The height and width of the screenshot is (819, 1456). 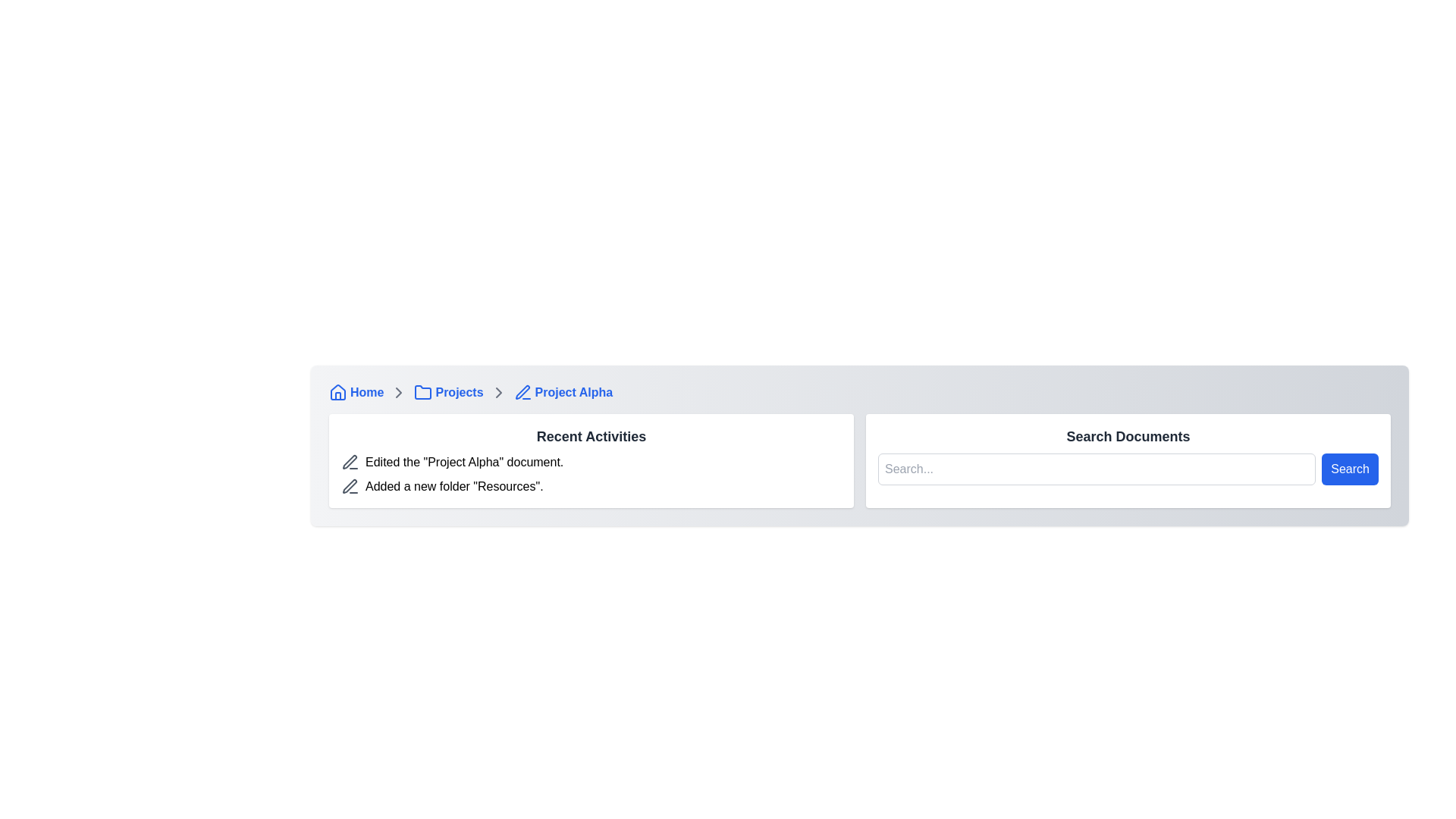 What do you see at coordinates (399, 391) in the screenshot?
I see `the breadcrumb separator icon located between the 'Projects' label and the 'Project Alpha' label` at bounding box center [399, 391].